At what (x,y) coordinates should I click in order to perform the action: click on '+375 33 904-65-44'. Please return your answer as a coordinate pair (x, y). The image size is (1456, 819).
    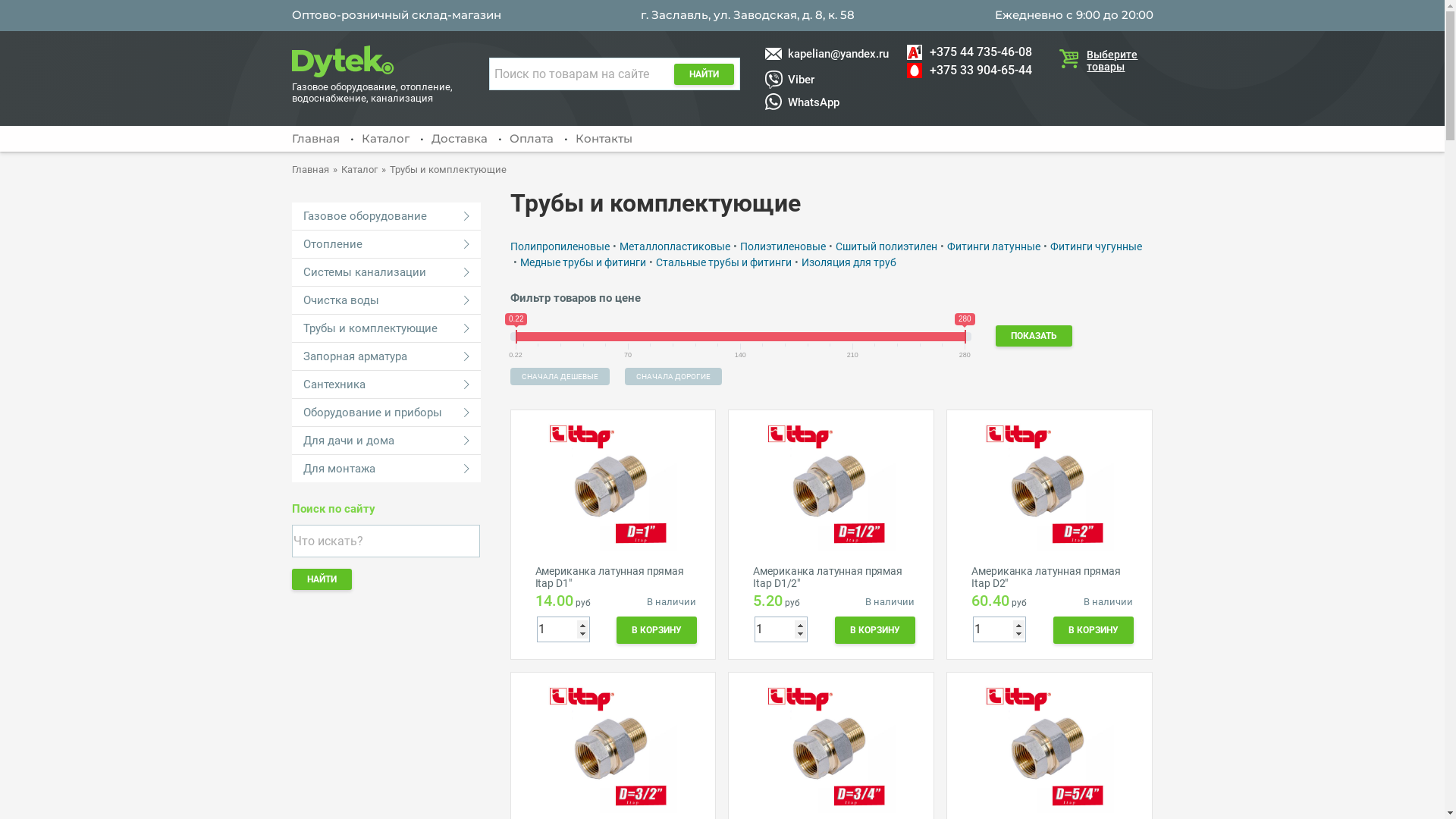
    Looking at the image, I should click on (906, 70).